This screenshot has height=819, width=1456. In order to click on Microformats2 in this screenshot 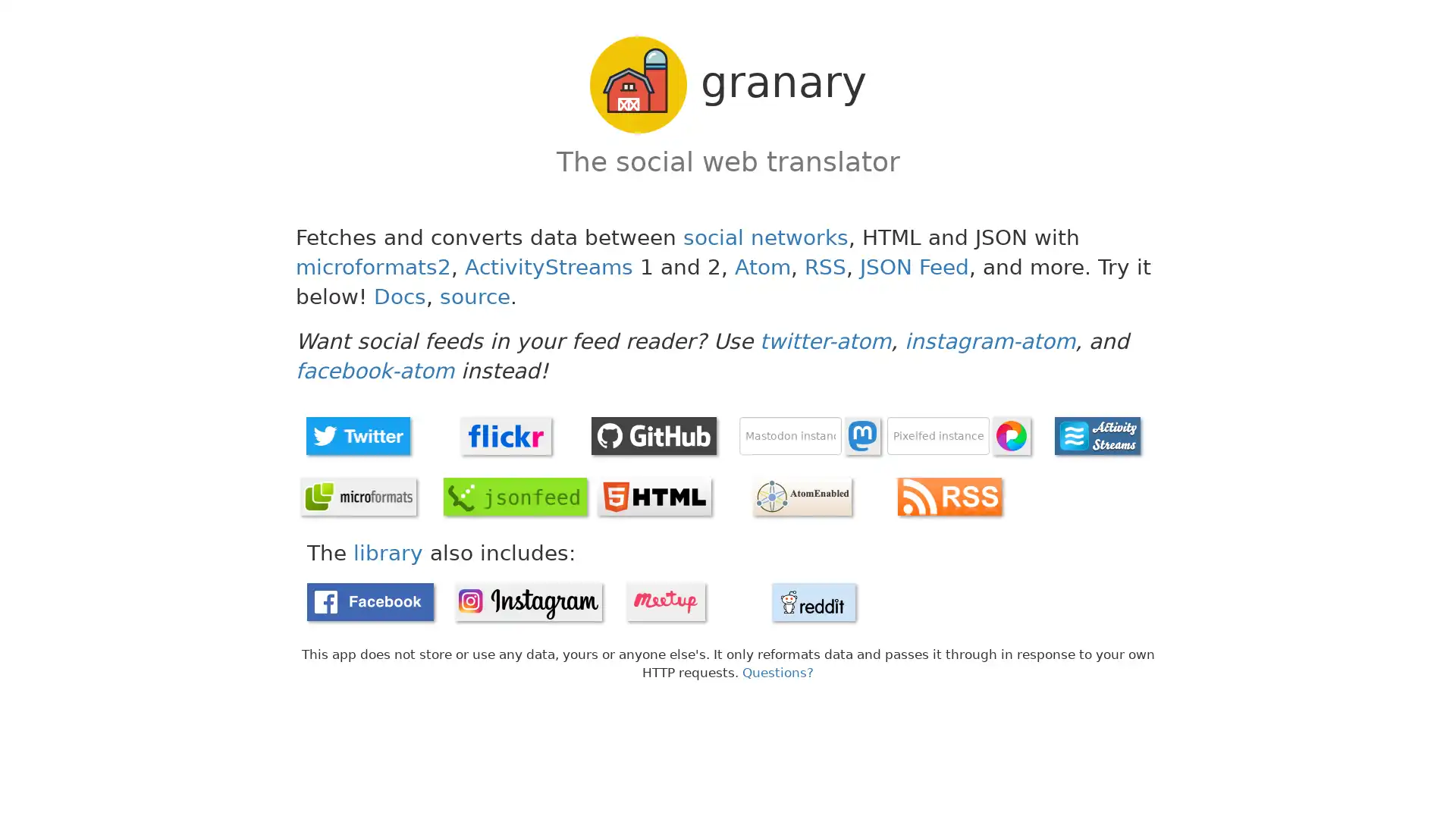, I will do `click(356, 496)`.